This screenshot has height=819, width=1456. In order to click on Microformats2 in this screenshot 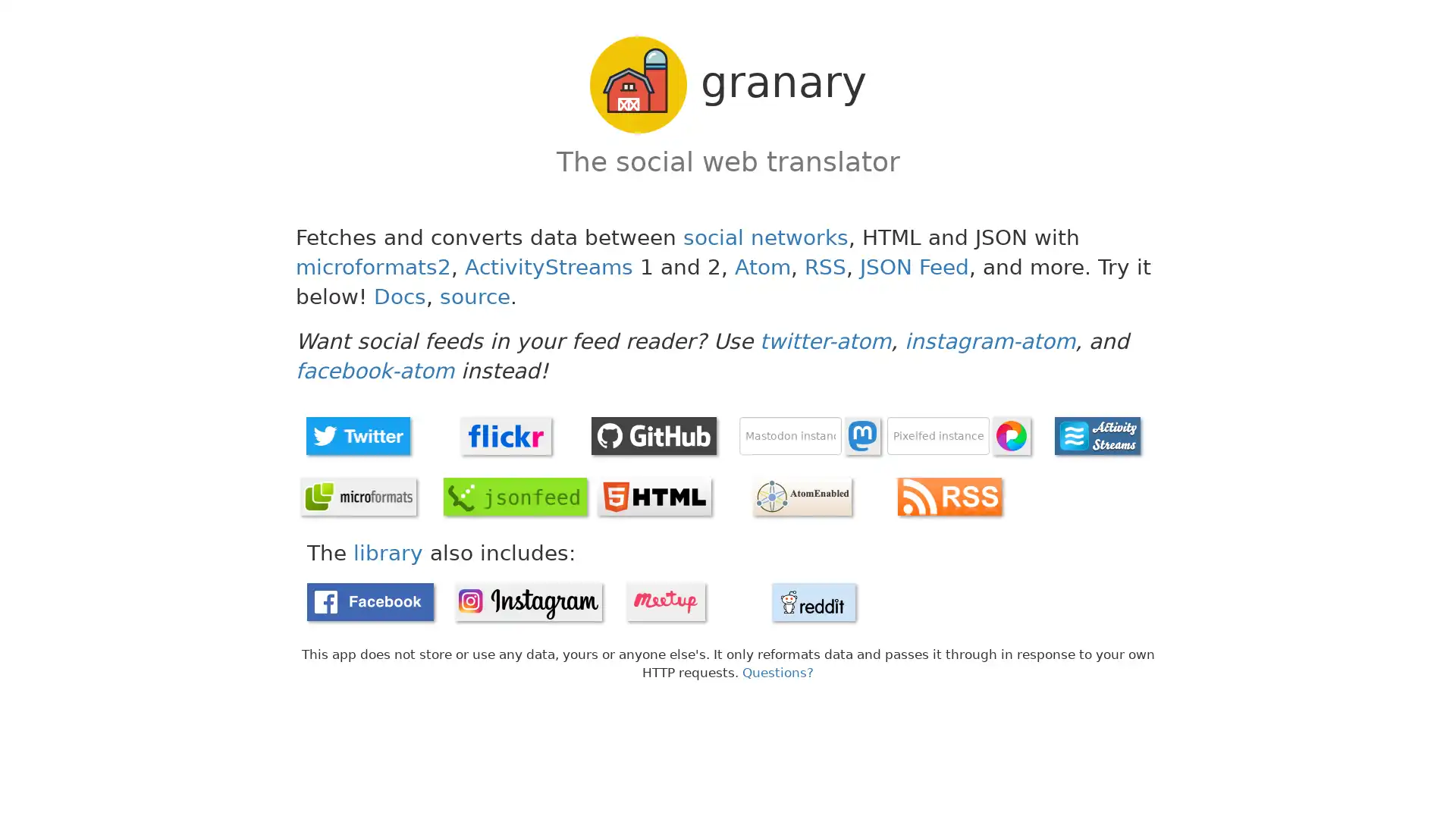, I will do `click(356, 496)`.